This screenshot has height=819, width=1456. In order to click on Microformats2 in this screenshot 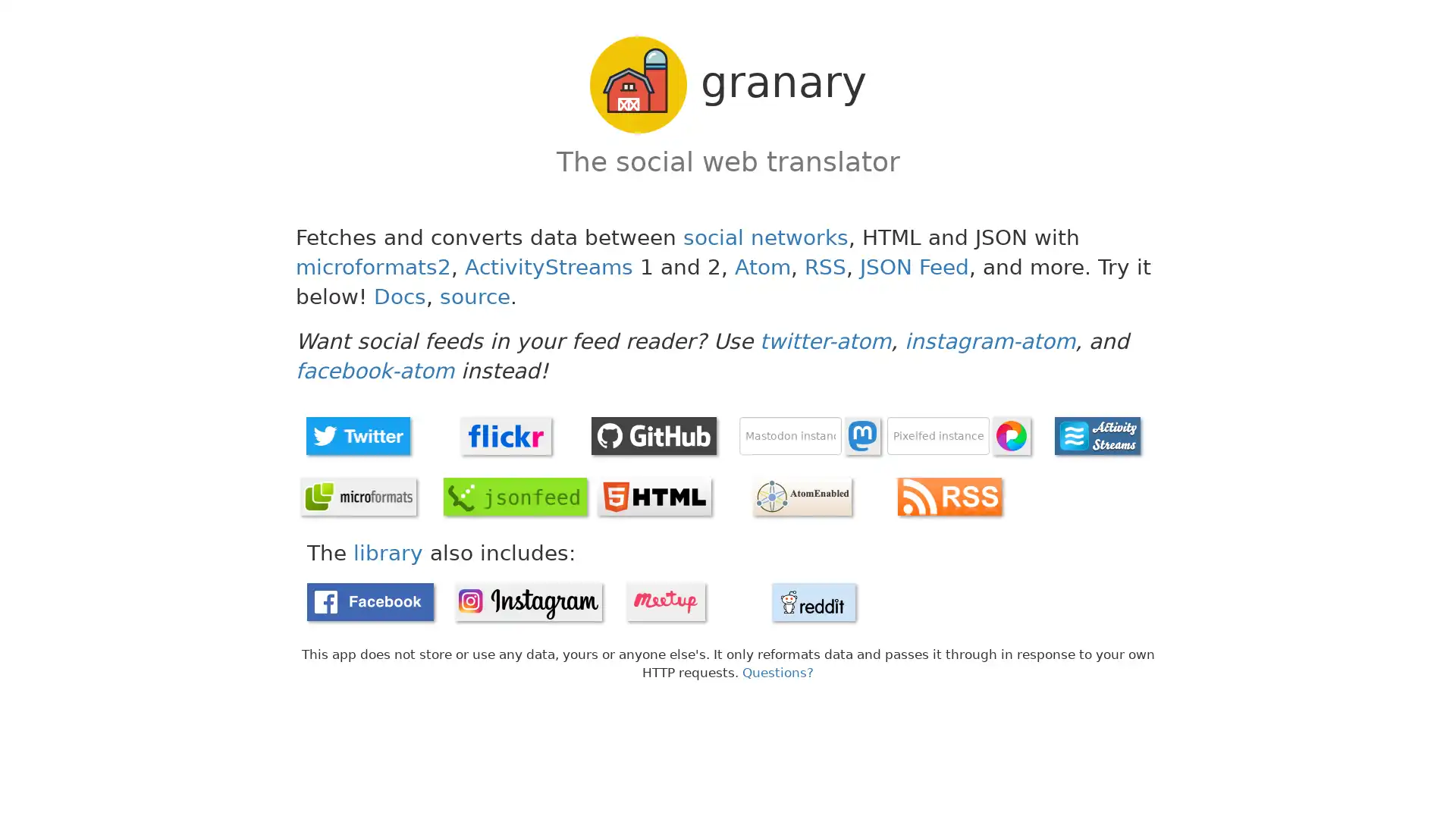, I will do `click(356, 496)`.